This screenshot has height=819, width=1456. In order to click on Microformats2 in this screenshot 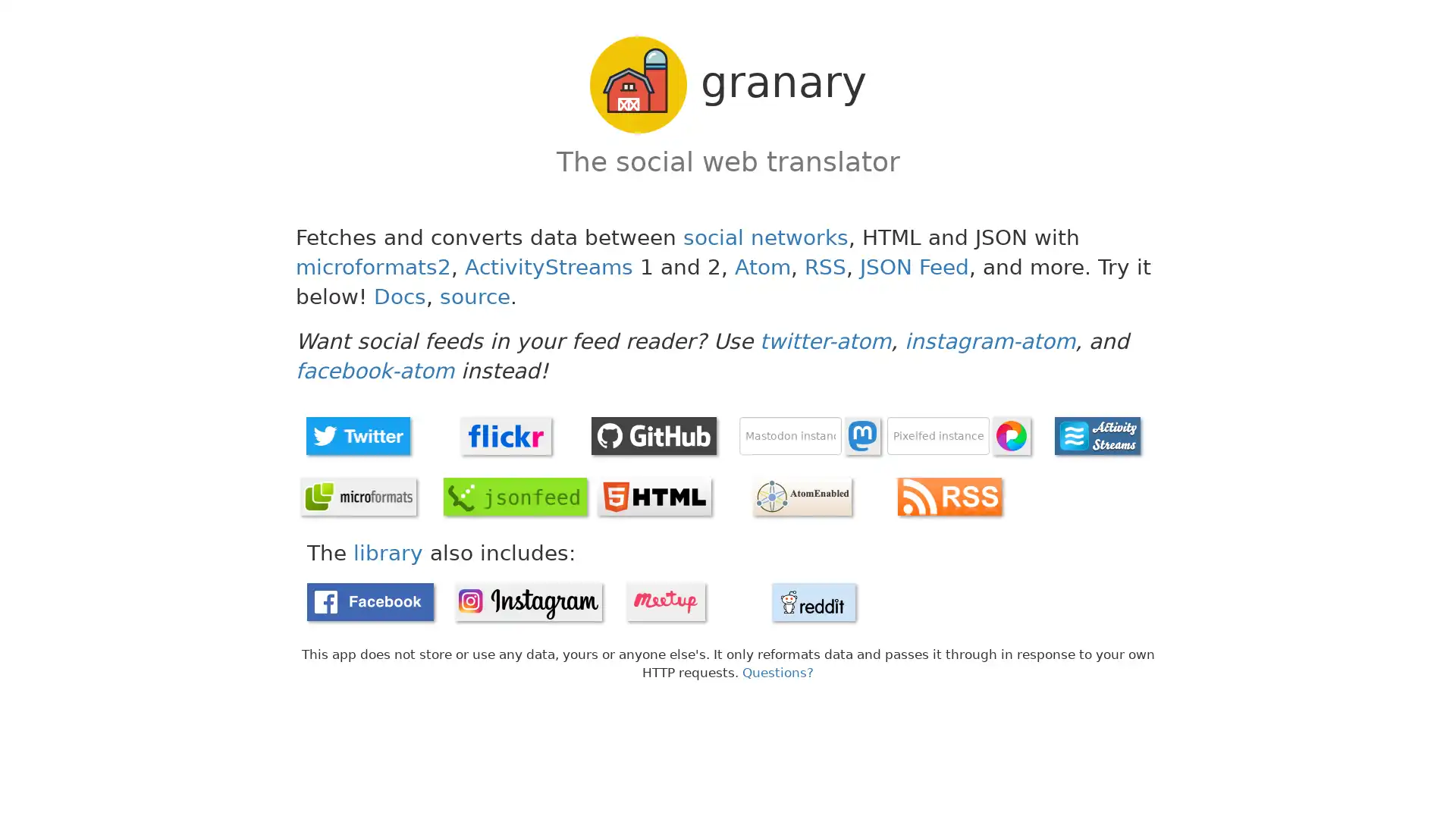, I will do `click(356, 496)`.